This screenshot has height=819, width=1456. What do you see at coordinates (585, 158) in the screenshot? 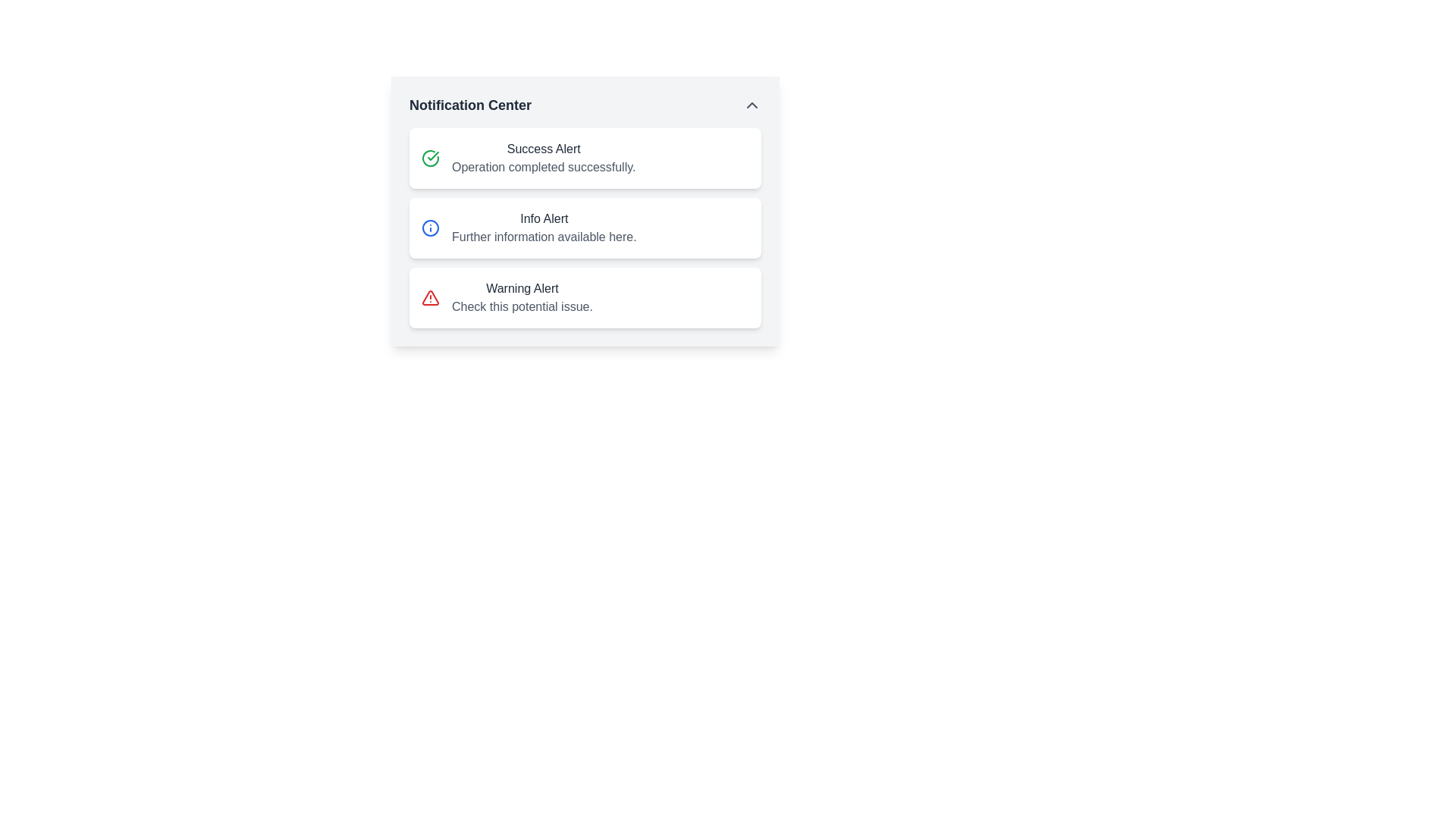
I see `the success status visually` at bounding box center [585, 158].